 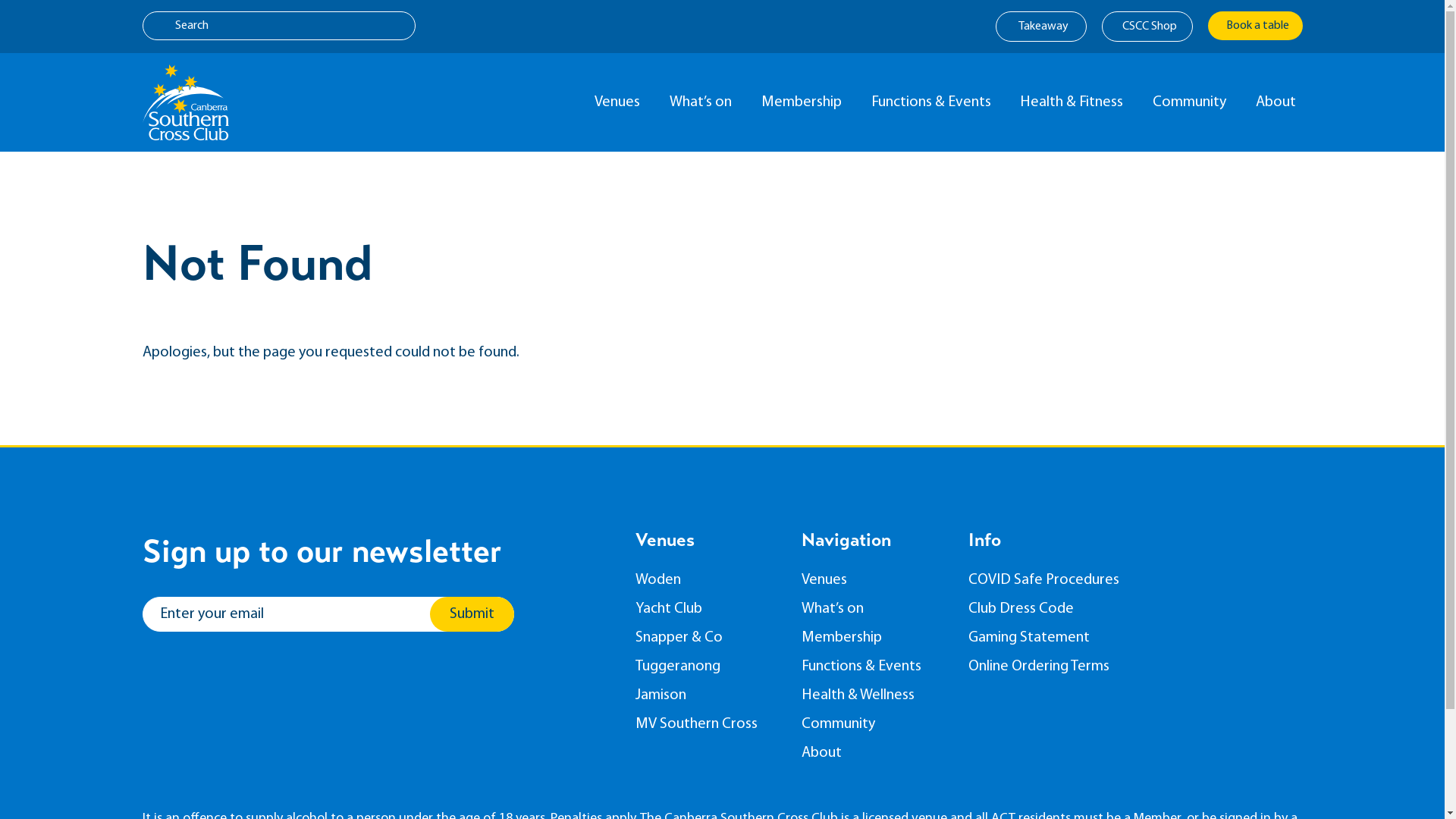 I want to click on 'Health & Wellness', so click(x=874, y=695).